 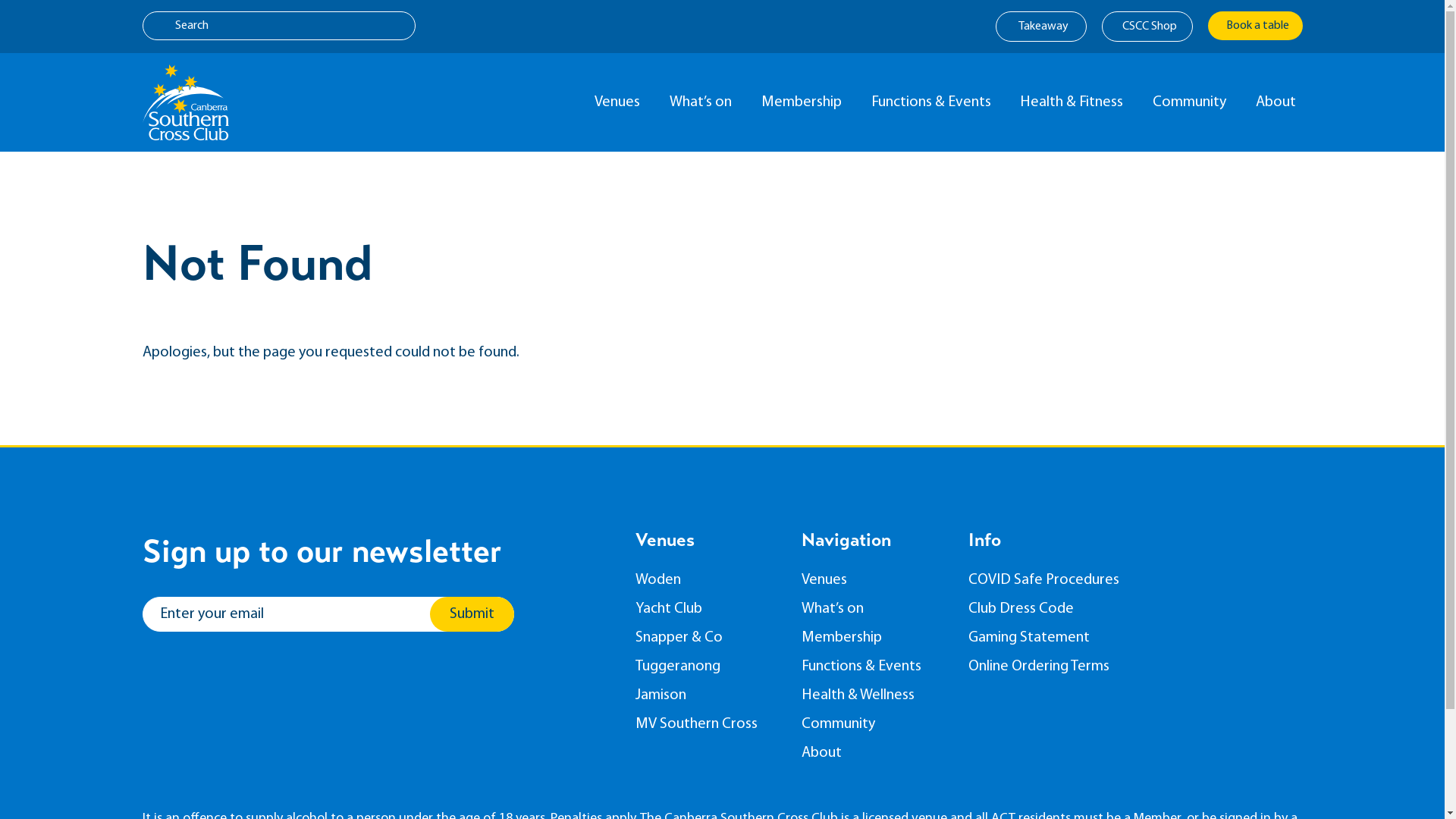 I want to click on 'Health & Wellness', so click(x=874, y=695).